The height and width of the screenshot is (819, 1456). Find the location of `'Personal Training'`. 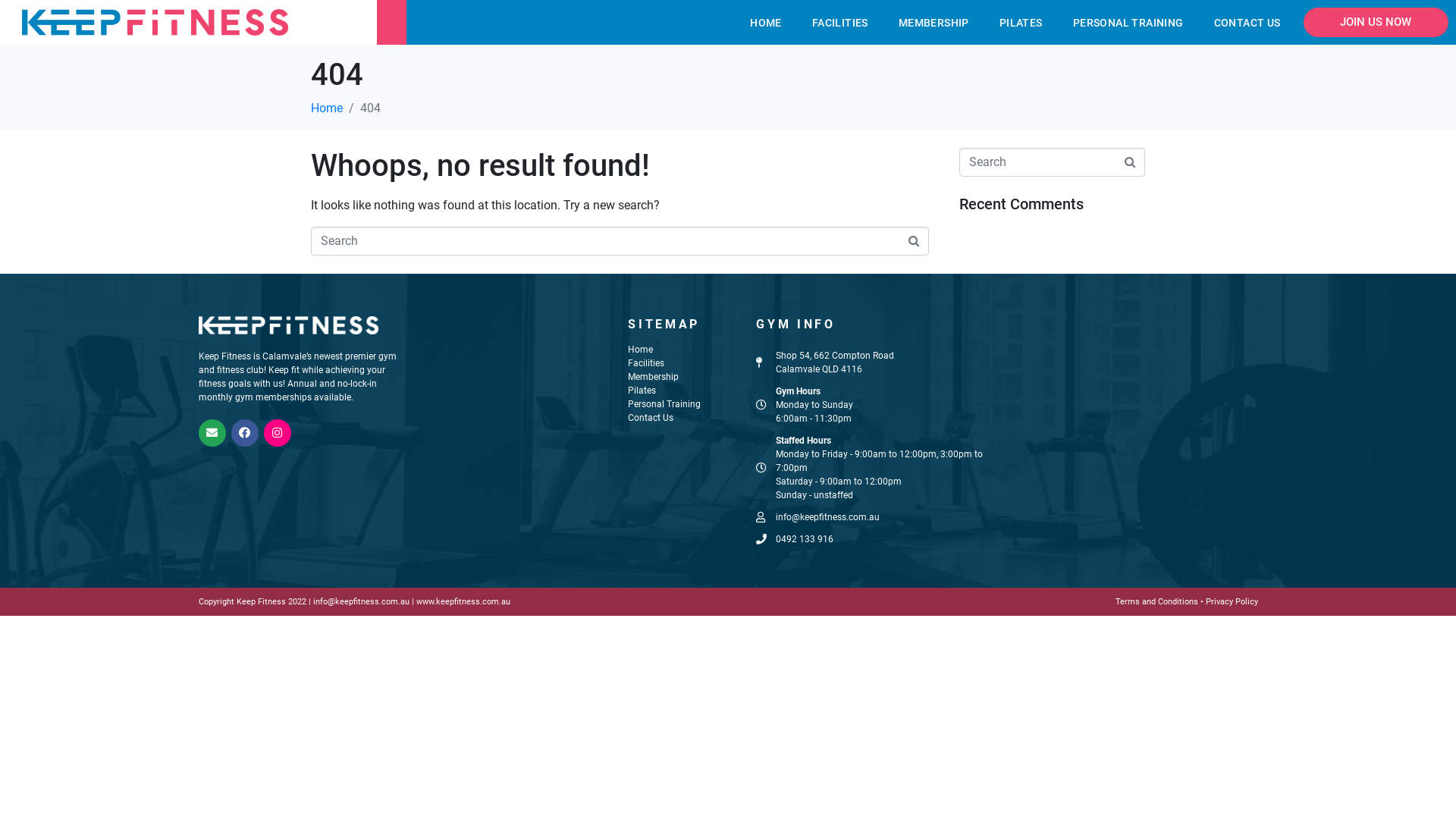

'Personal Training' is located at coordinates (664, 403).